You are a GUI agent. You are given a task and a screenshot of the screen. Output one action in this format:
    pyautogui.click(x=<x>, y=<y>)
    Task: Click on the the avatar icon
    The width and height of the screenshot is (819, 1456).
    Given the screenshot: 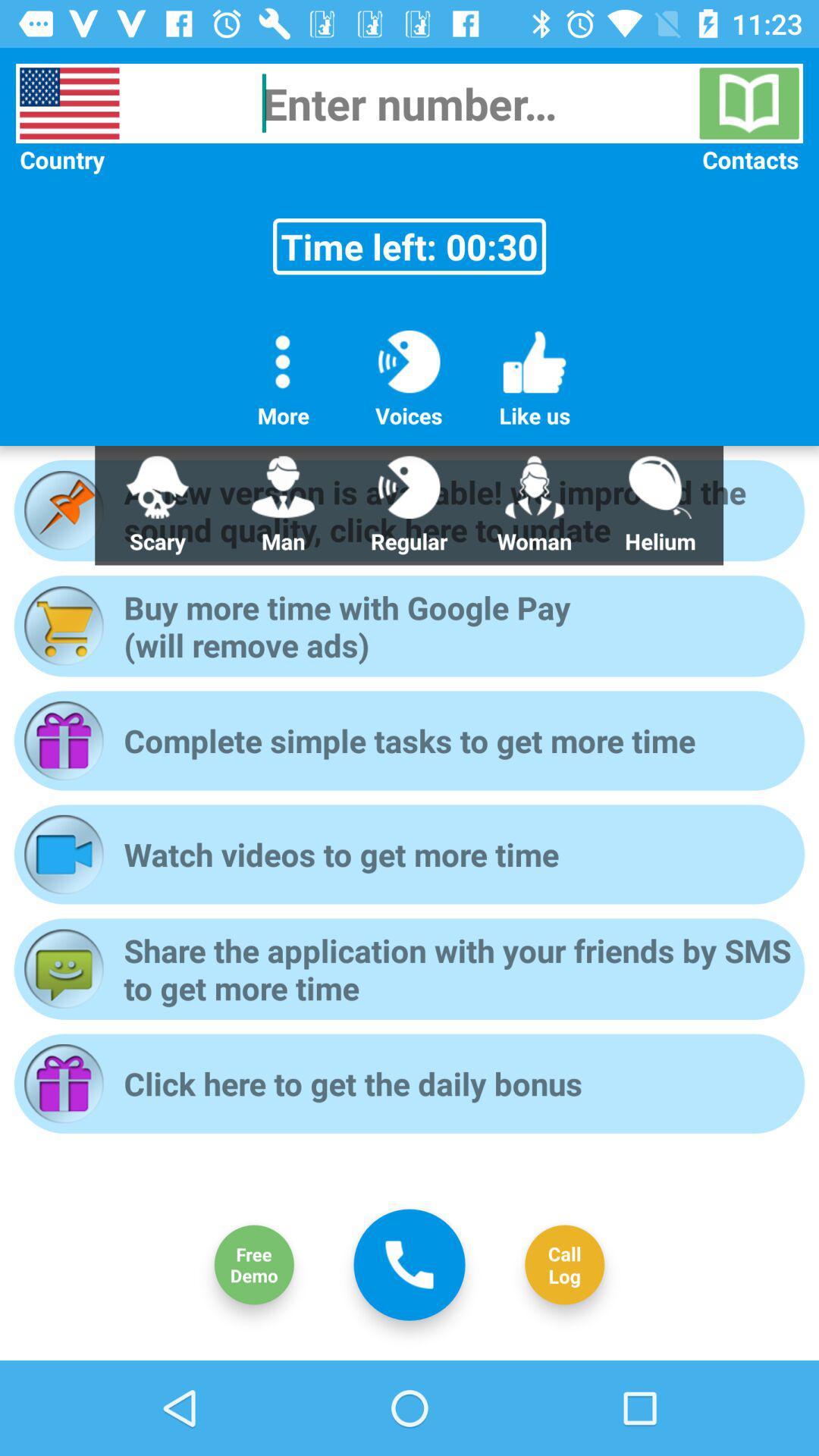 What is the action you would take?
    pyautogui.click(x=253, y=1265)
    